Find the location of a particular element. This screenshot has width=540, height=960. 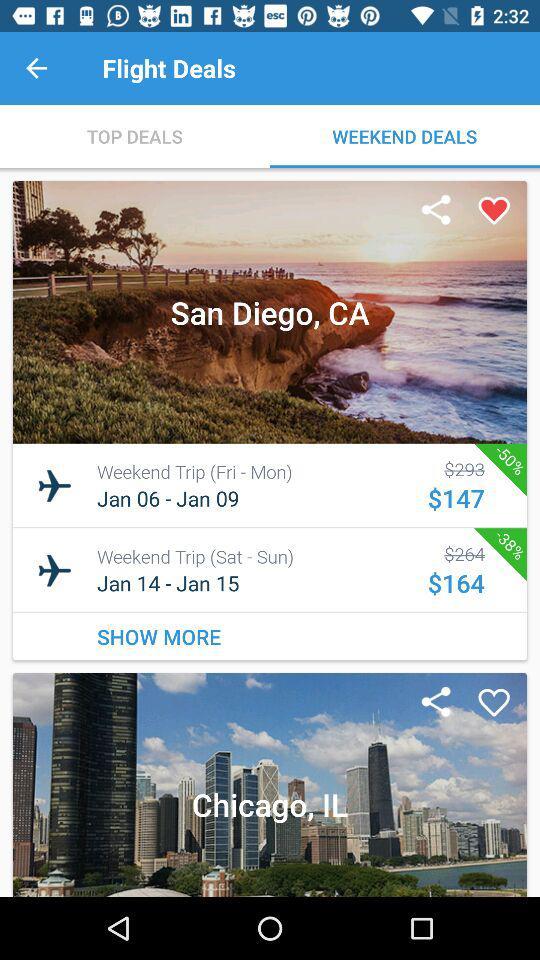

the content with san diego ca is located at coordinates (270, 419).